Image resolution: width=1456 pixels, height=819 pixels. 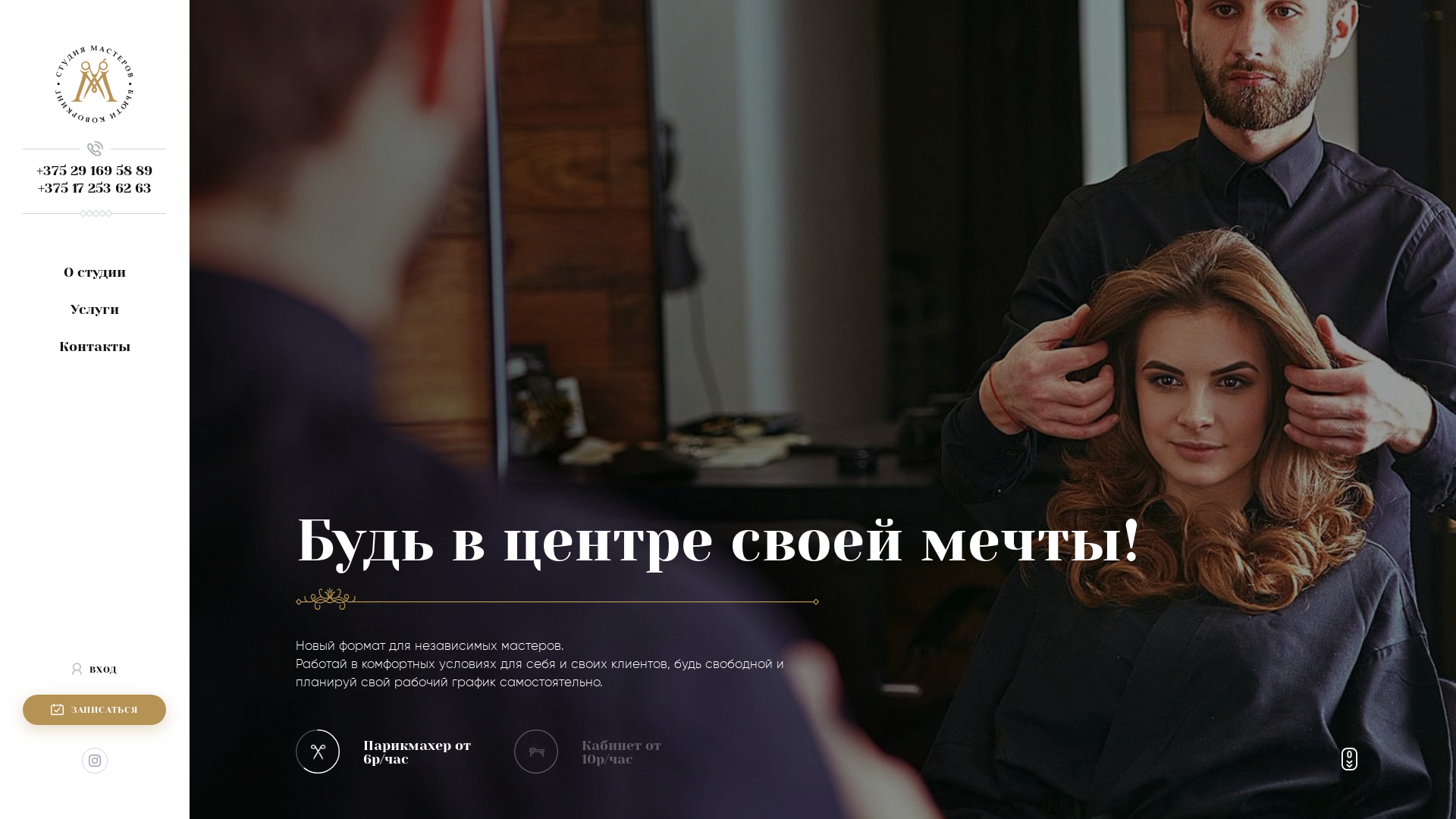 I want to click on '+375 29 169 58 89', so click(x=93, y=170).